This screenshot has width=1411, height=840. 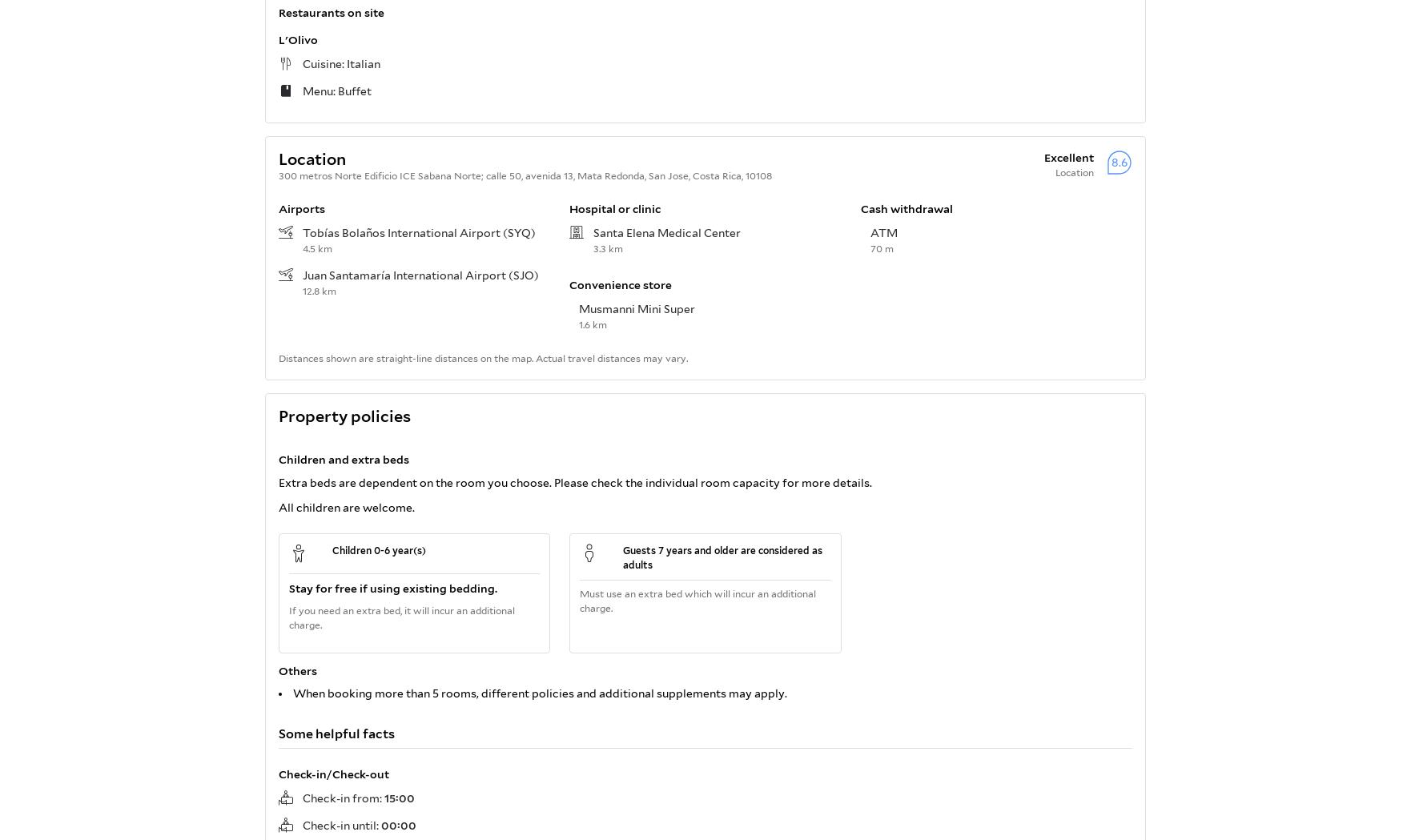 What do you see at coordinates (1118, 161) in the screenshot?
I see `'8.6'` at bounding box center [1118, 161].